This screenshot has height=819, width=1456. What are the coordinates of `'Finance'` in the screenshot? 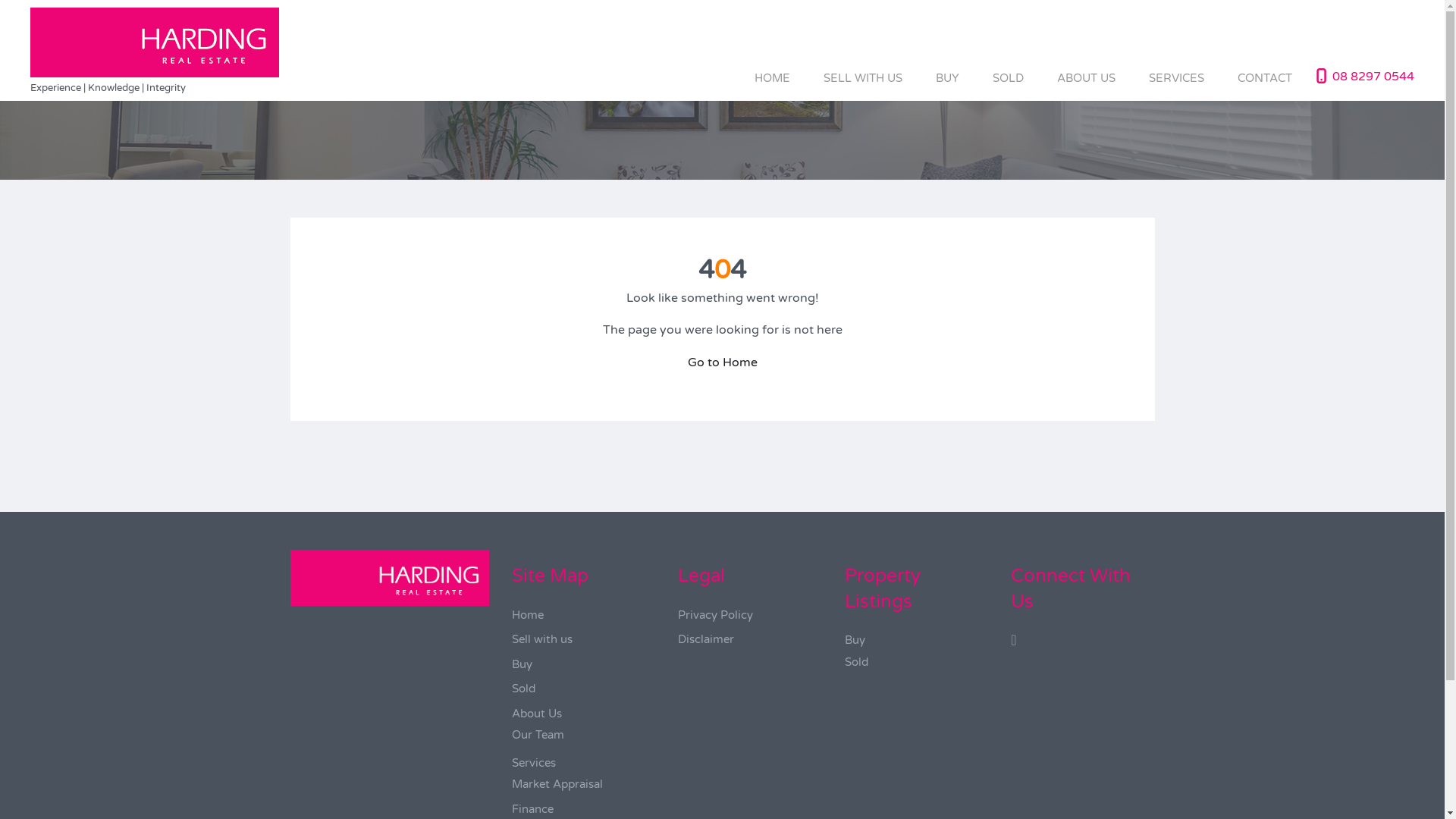 It's located at (532, 808).